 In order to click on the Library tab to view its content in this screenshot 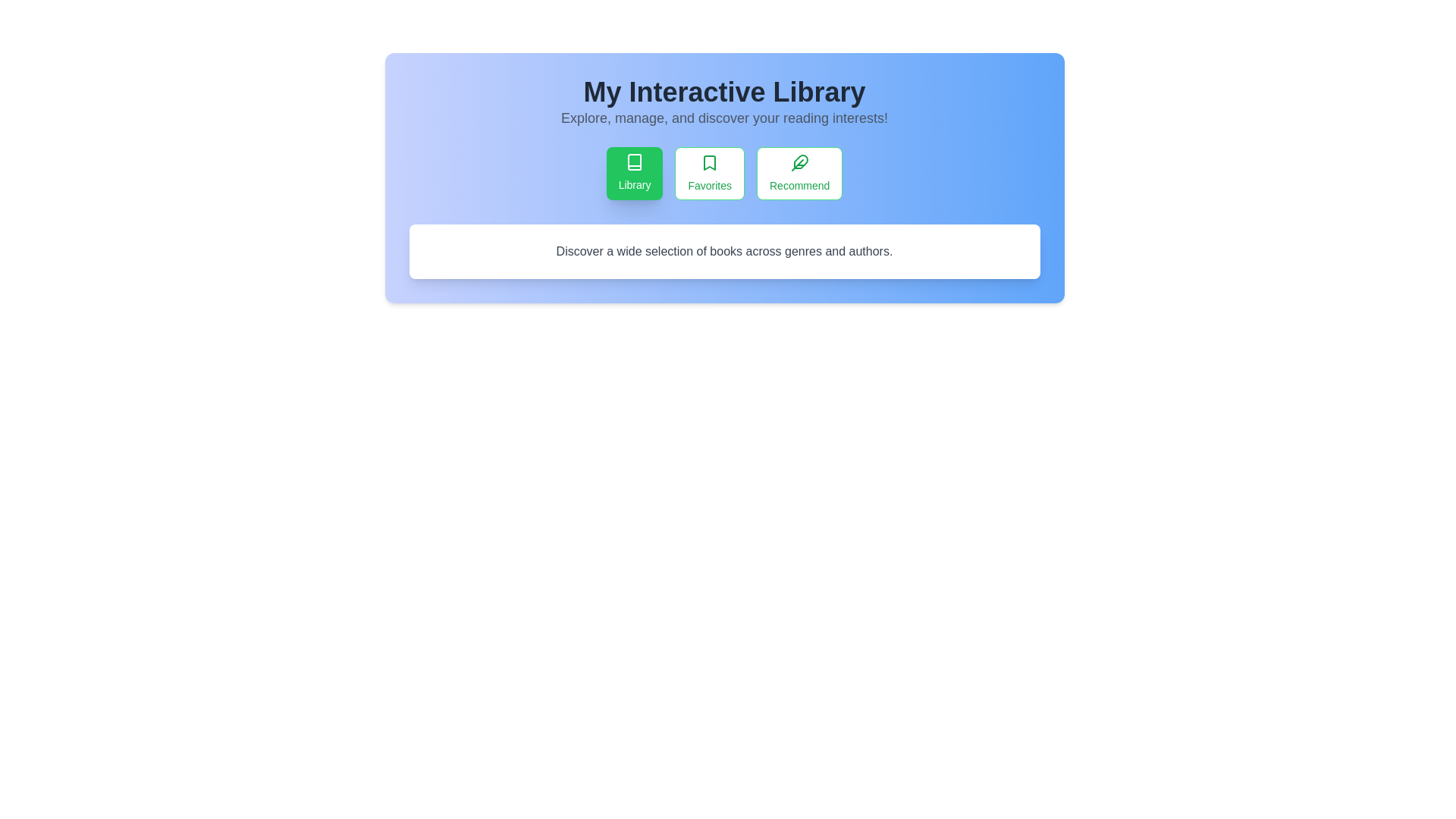, I will do `click(634, 172)`.